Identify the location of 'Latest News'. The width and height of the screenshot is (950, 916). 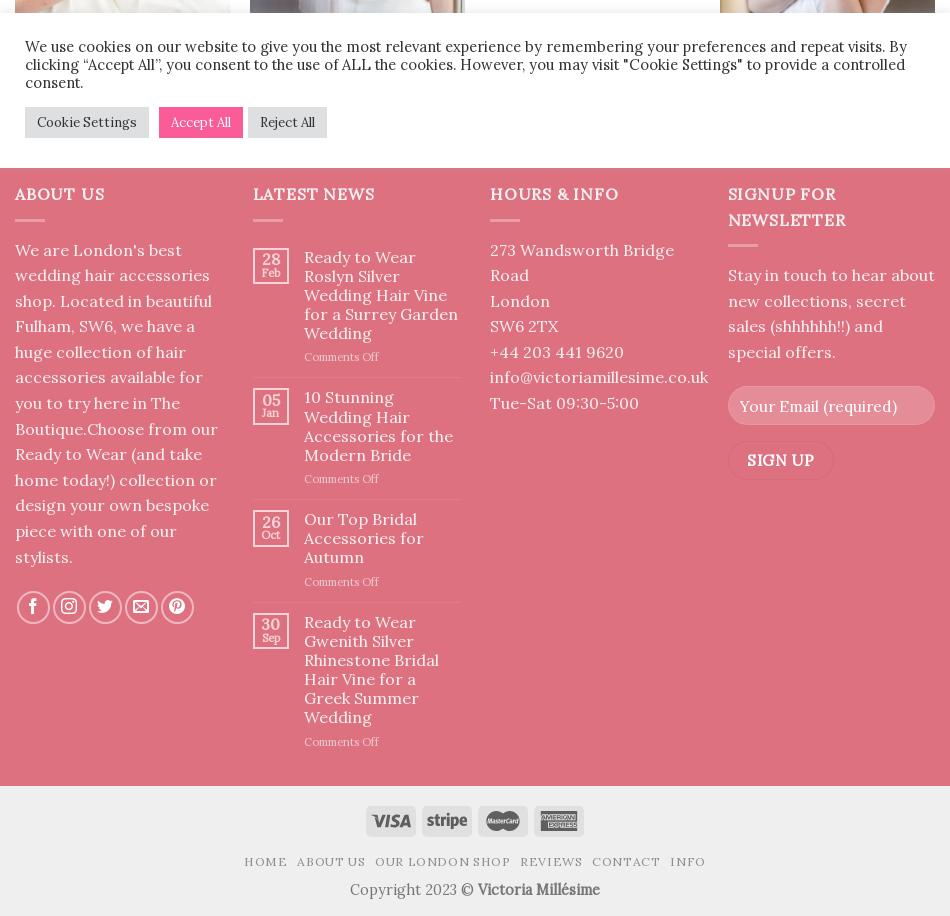
(251, 193).